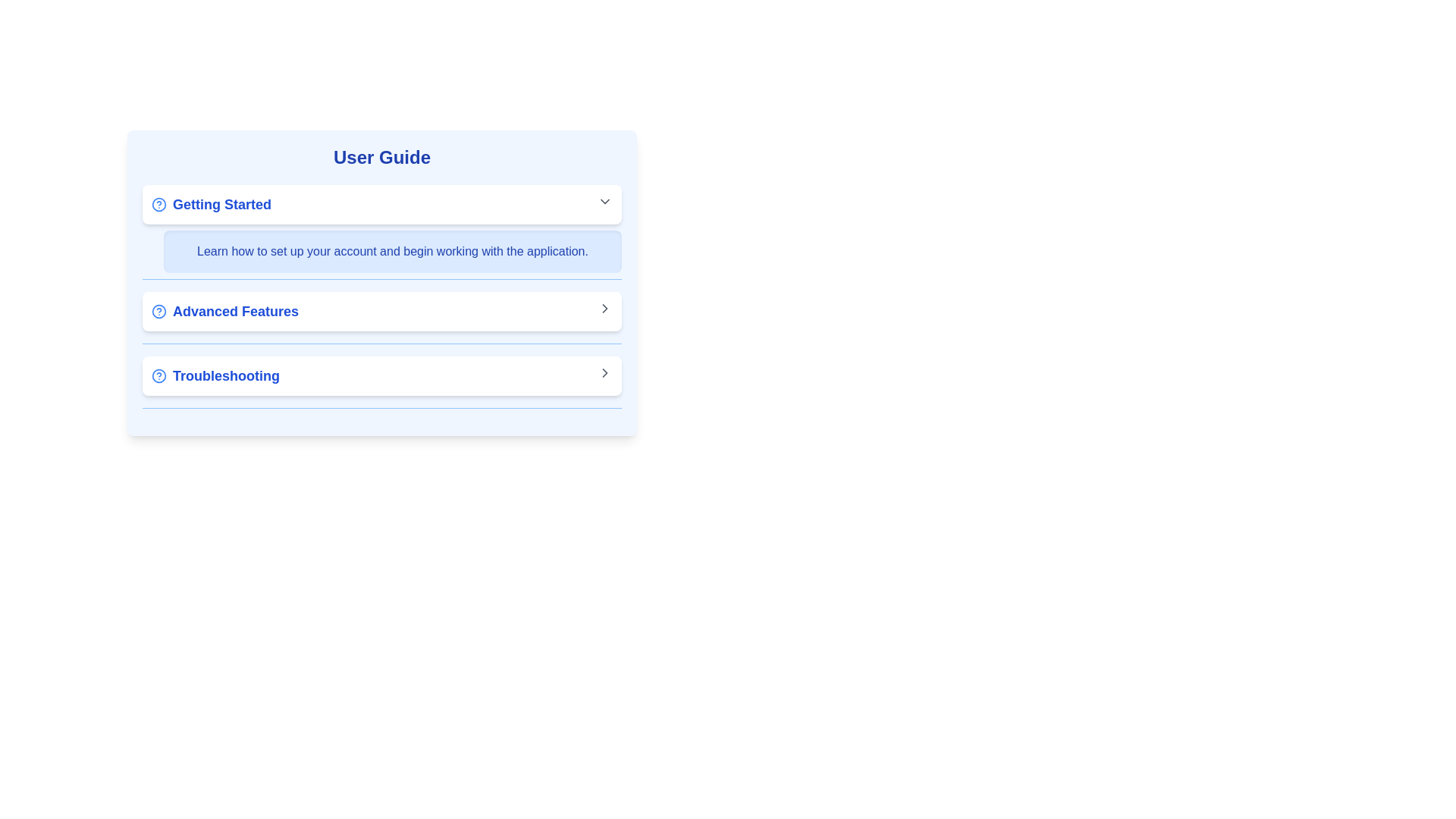 Image resolution: width=1456 pixels, height=819 pixels. Describe the element at coordinates (604, 373) in the screenshot. I see `the Chevron Right icon located at the far right of the 'Troubleshooting' section` at that location.